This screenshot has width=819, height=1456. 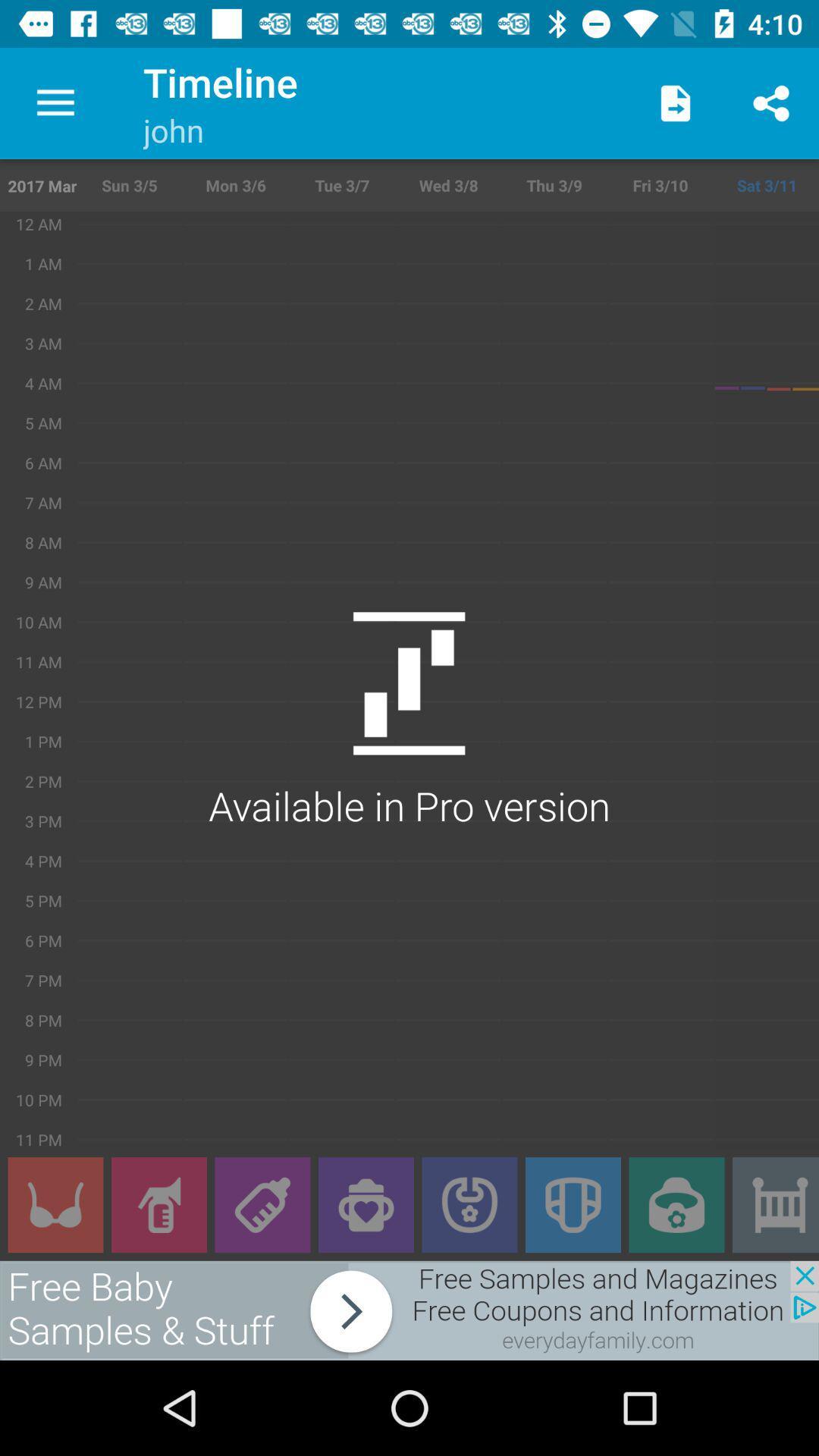 I want to click on autoplay option, so click(x=55, y=1204).